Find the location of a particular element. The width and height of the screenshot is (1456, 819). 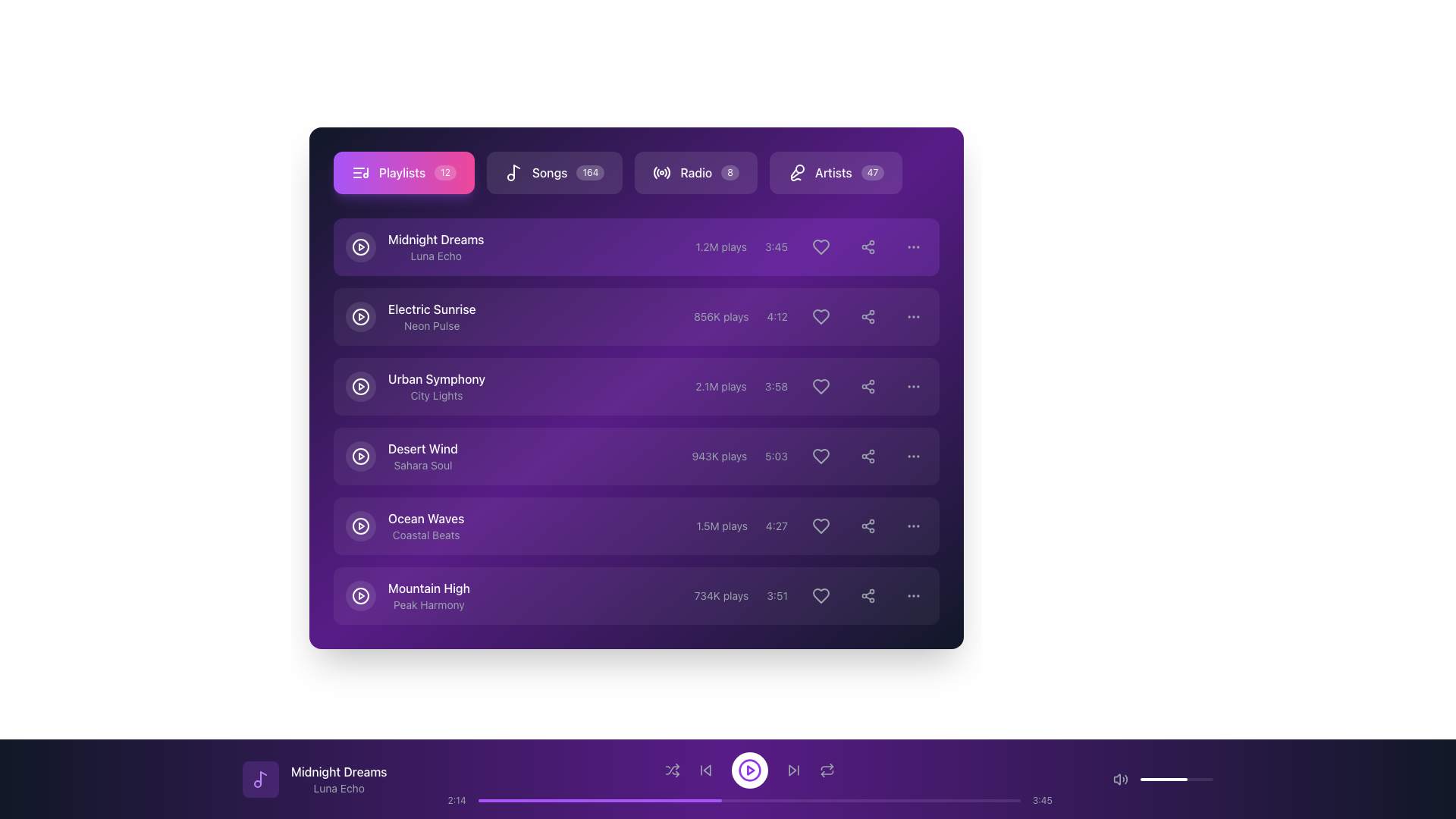

progress is located at coordinates (999, 800).